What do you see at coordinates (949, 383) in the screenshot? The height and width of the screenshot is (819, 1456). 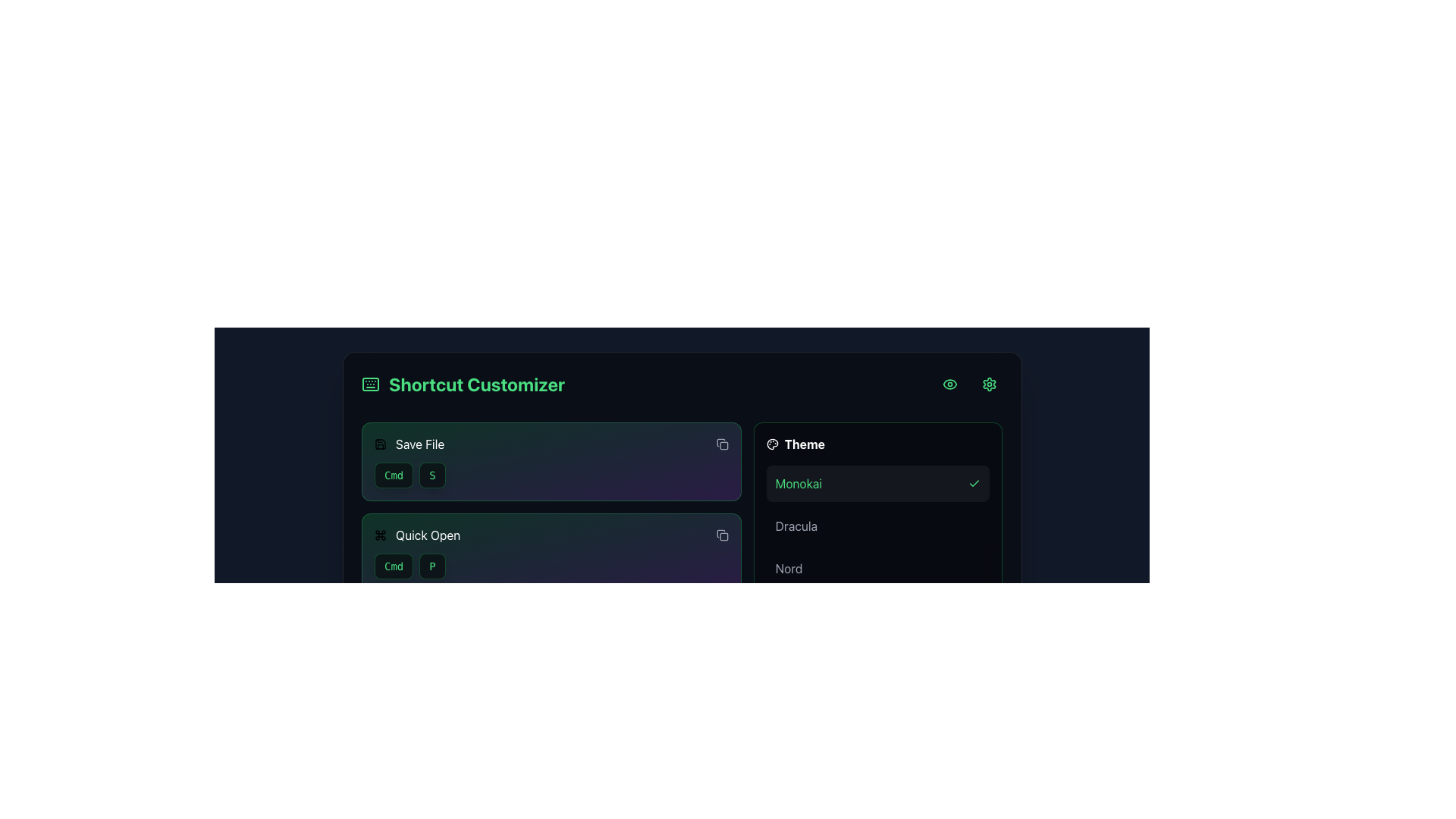 I see `the eye-shaped visibility toggle icon in the top-right corner of the interface` at bounding box center [949, 383].